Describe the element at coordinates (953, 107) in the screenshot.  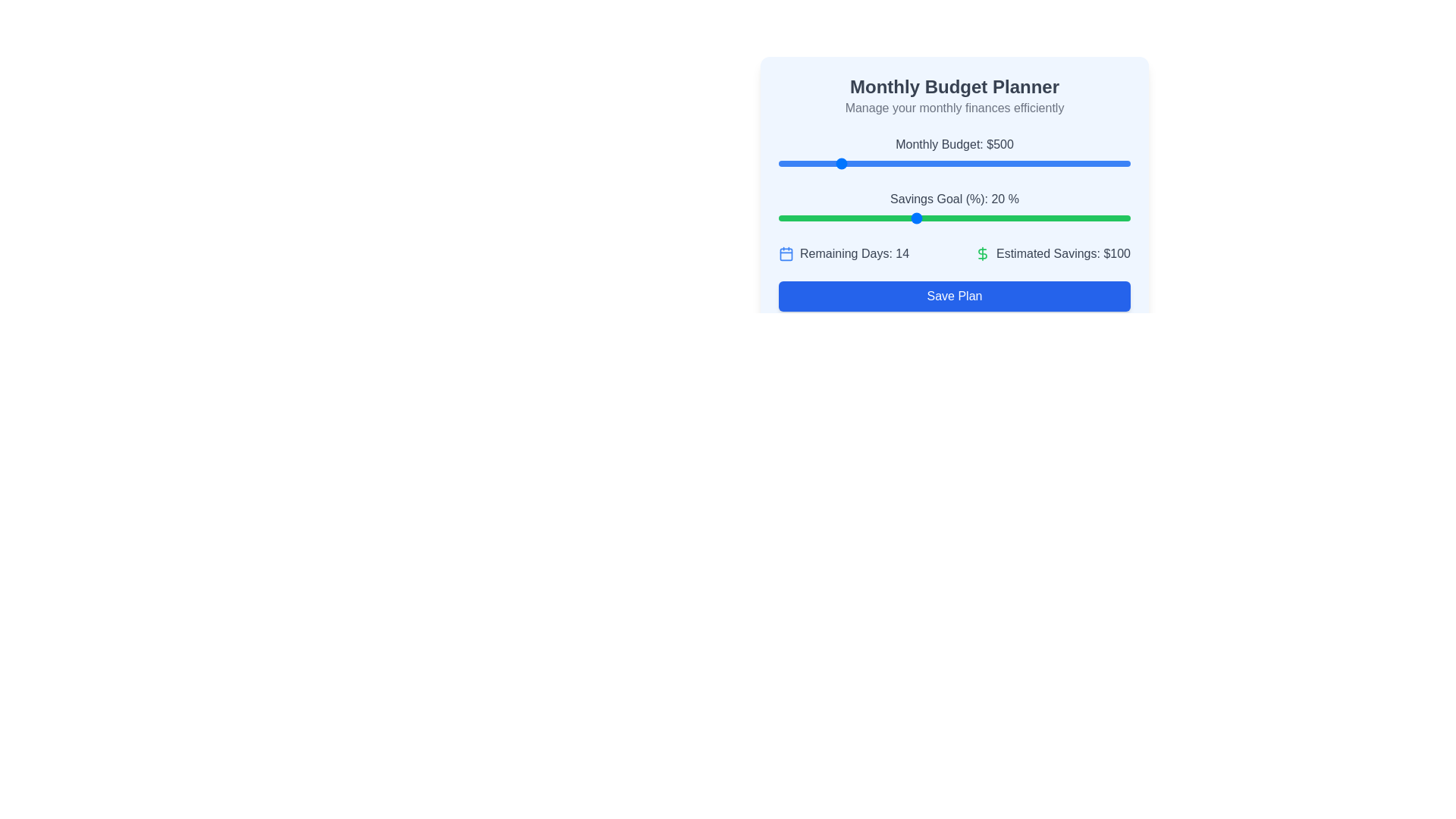
I see `the static text providing context for the 'Monthly Budget Planner' section, which is located beneath the section heading` at that location.